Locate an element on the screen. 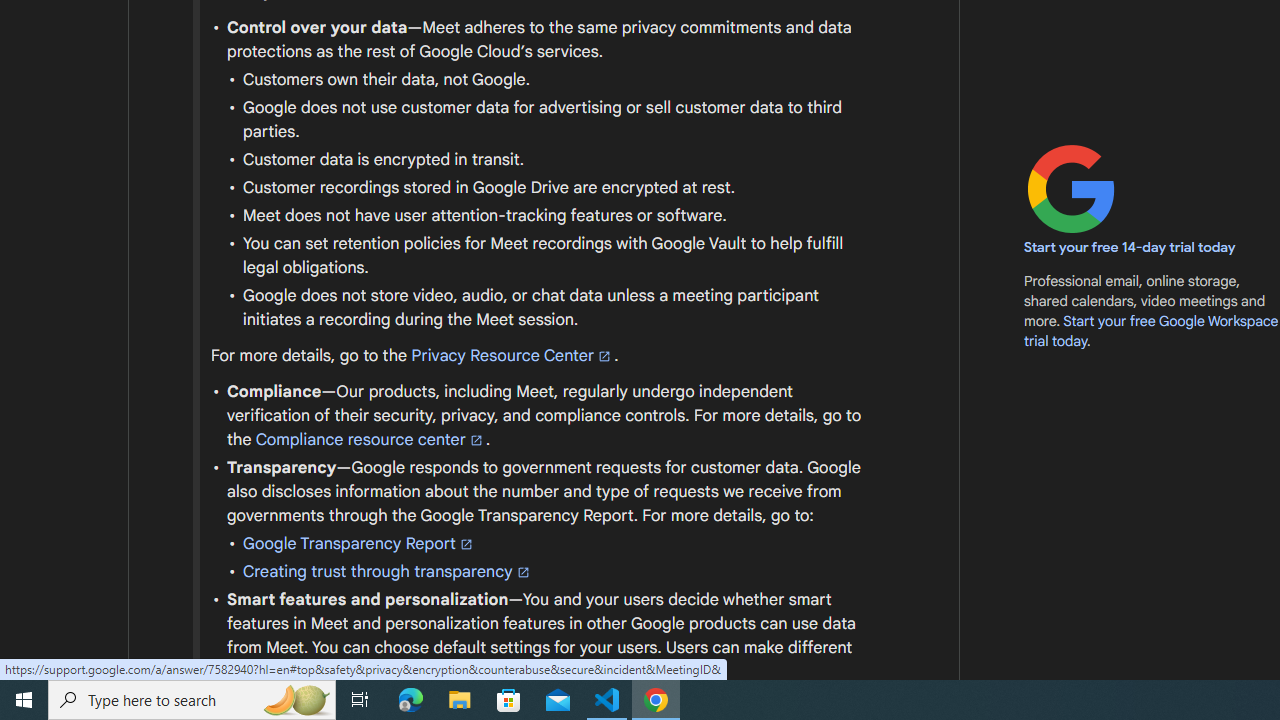 The width and height of the screenshot is (1280, 720). 'Start your free 14-day trial today' is located at coordinates (1130, 246).